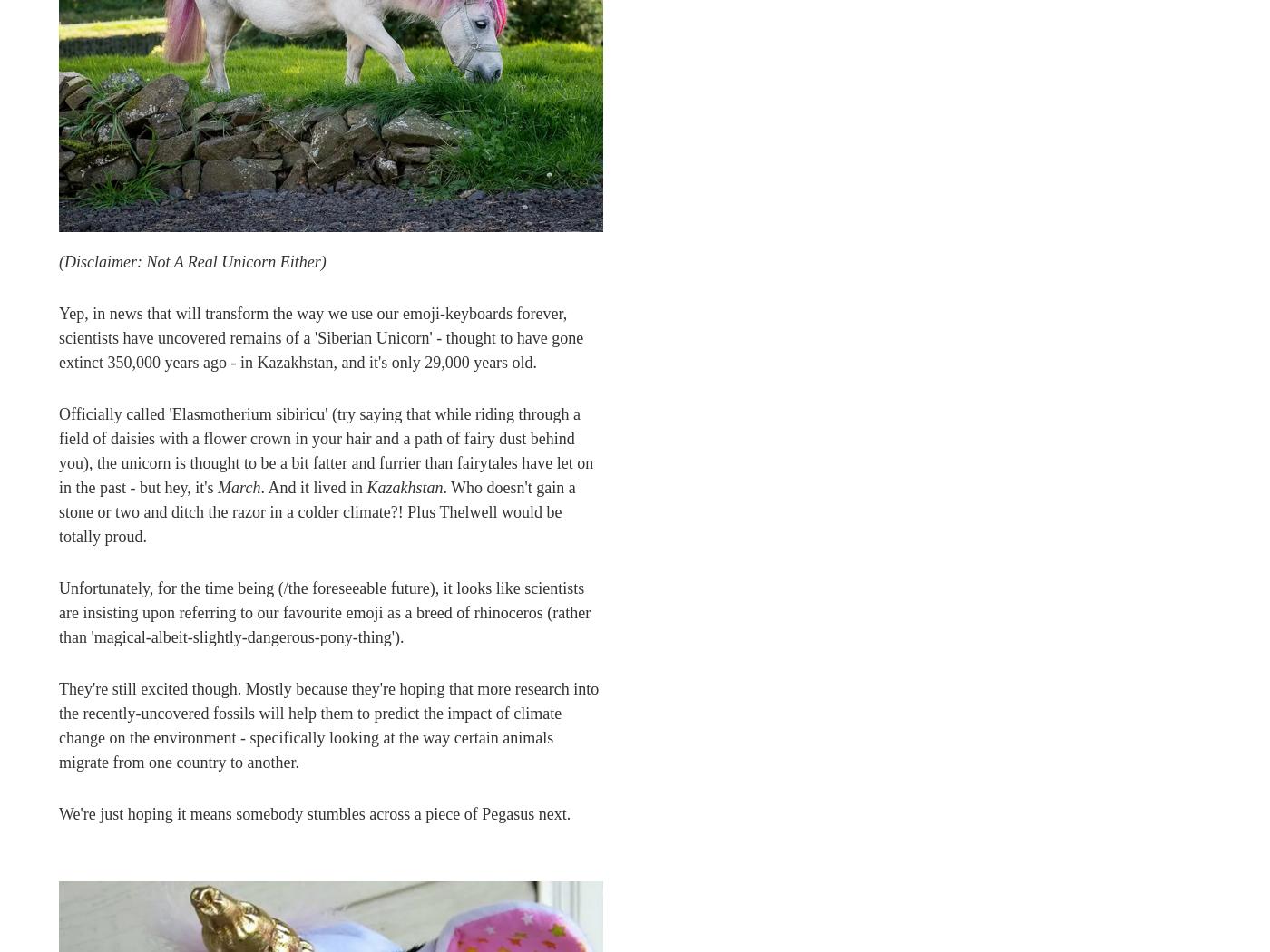  I want to click on 'They're still excited though. Mostly because they're hoping that more research into the recently-uncovered fossils will help them to predict the impact of climate change on the environment - specifically looking at the way certain animals migrate from one country to another.', so click(328, 724).